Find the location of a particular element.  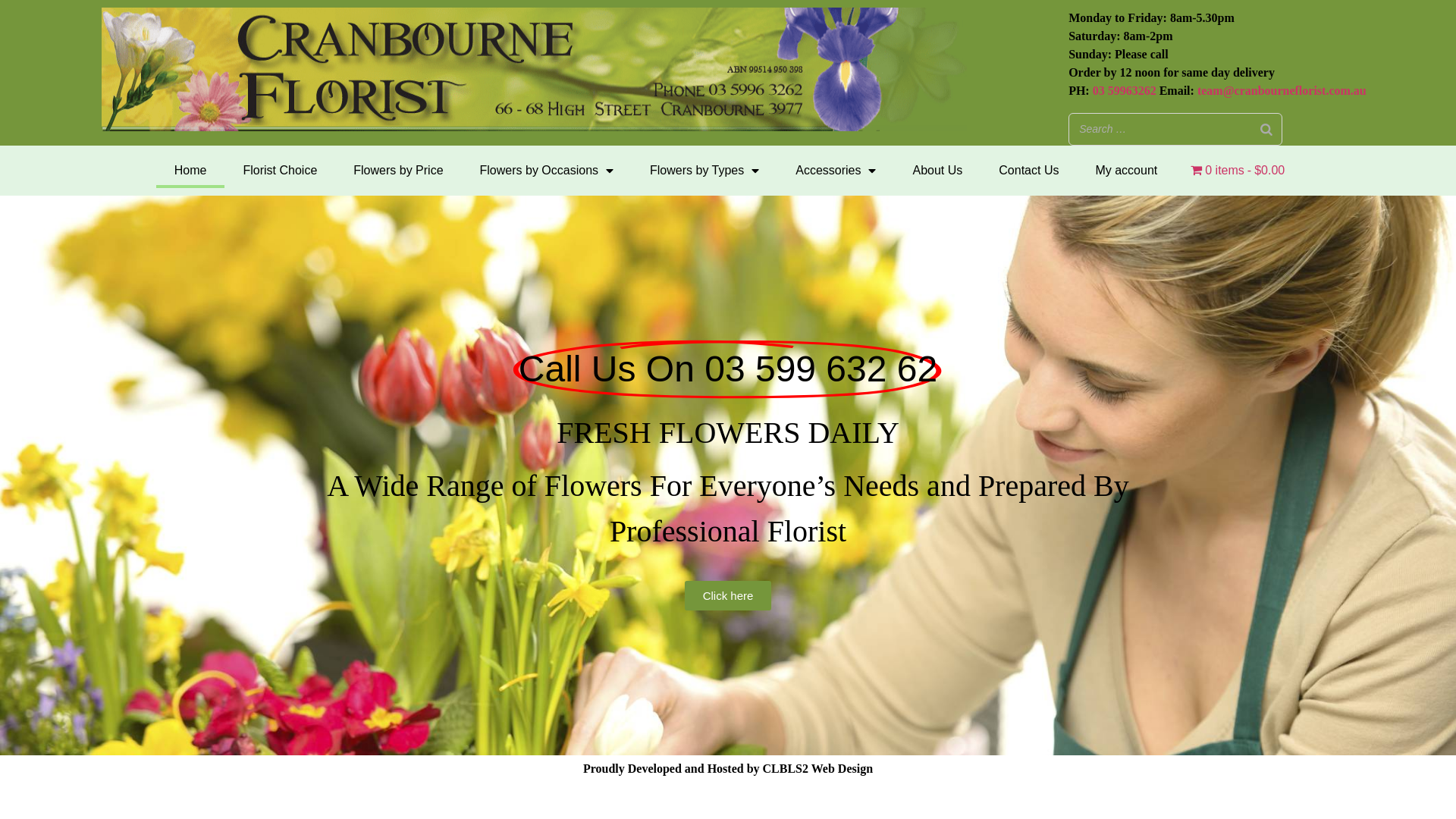

'Flowers by Occasions' is located at coordinates (546, 170).